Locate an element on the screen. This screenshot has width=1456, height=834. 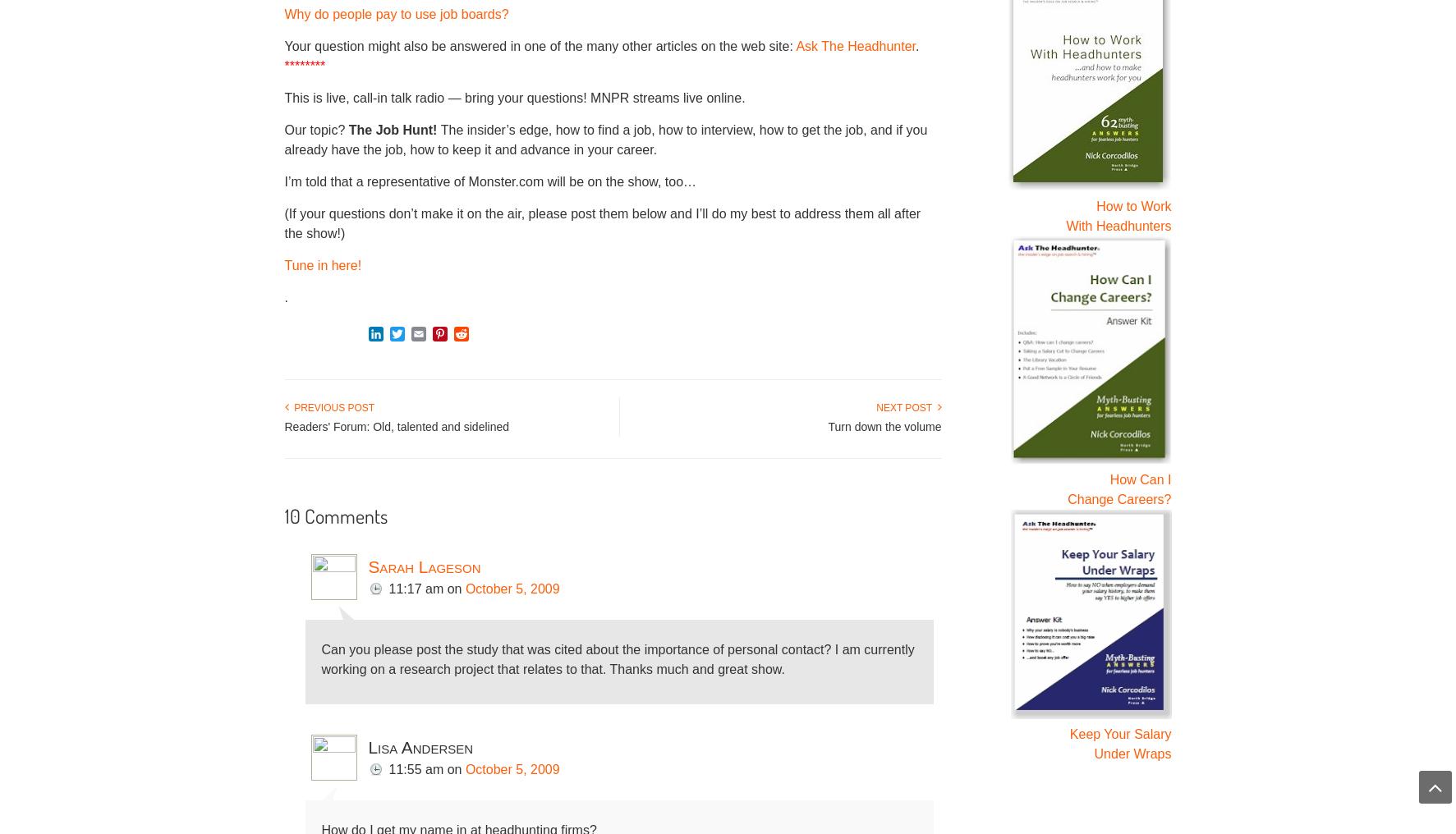
'I’m told that a representative of Monster.com will be on the show, too…' is located at coordinates (283, 181).